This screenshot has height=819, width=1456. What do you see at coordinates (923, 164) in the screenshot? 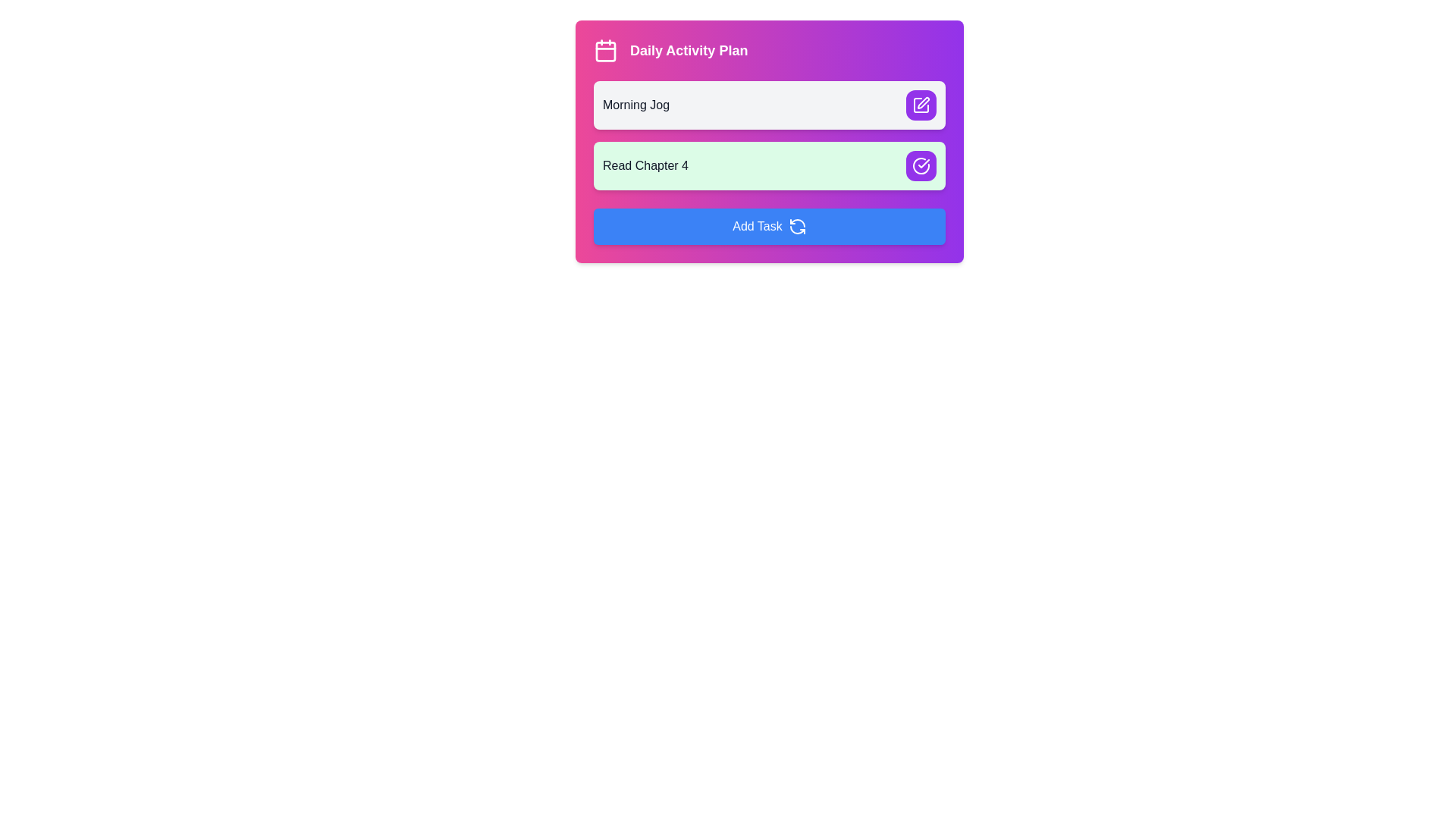
I see `the circular checkmark icon indicating the completion of the 'Read Chapter 4' task in the activity list` at bounding box center [923, 164].